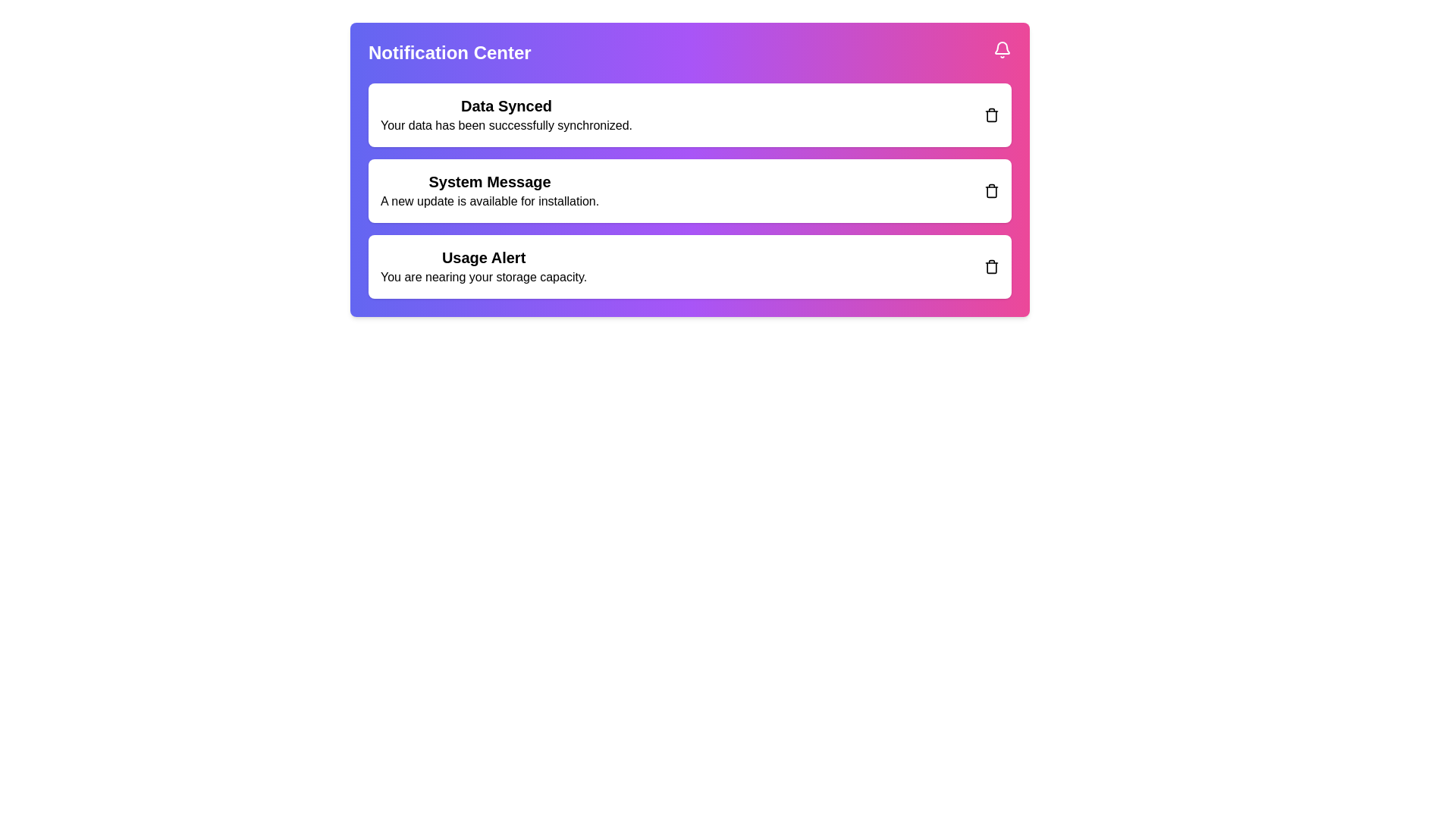 This screenshot has width=1456, height=819. Describe the element at coordinates (1002, 49) in the screenshot. I see `the notification bell icon located on the right side of the 'Notification Center' header in the user interface` at that location.